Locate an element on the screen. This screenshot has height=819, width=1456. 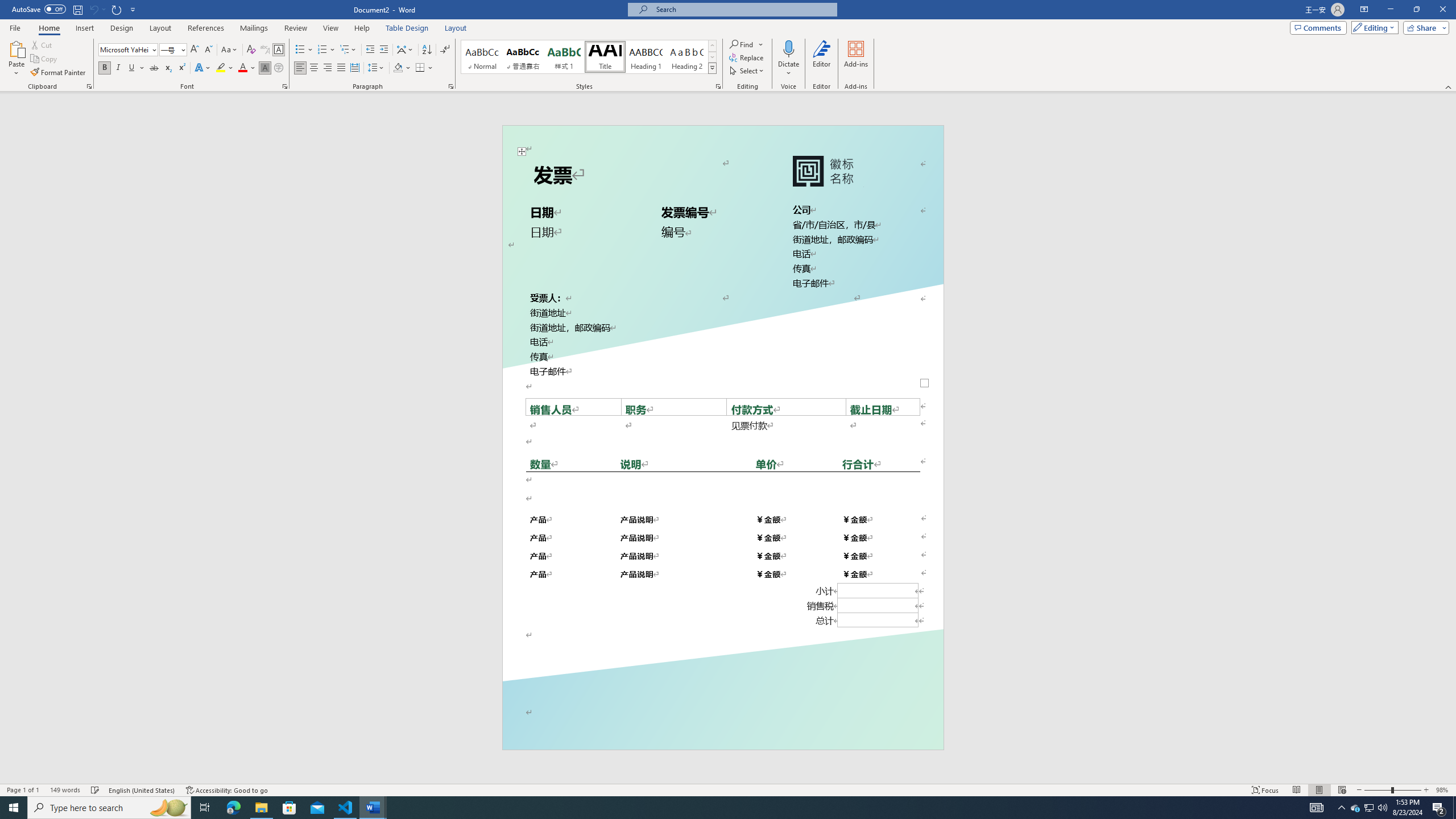
'Sort...' is located at coordinates (427, 49).